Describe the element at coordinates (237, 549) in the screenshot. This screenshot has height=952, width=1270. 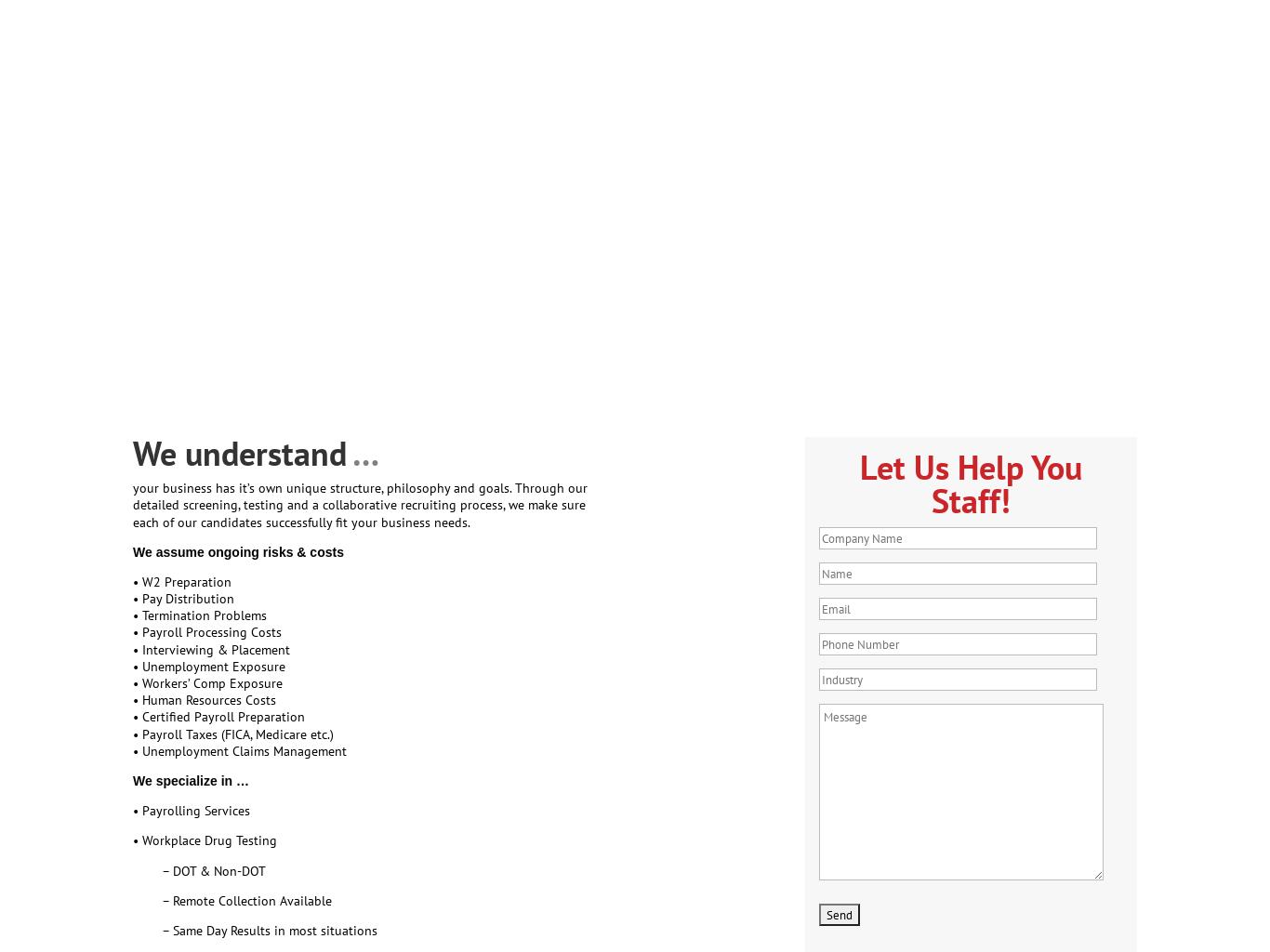
I see `'We assume ongoing risks & costs'` at that location.